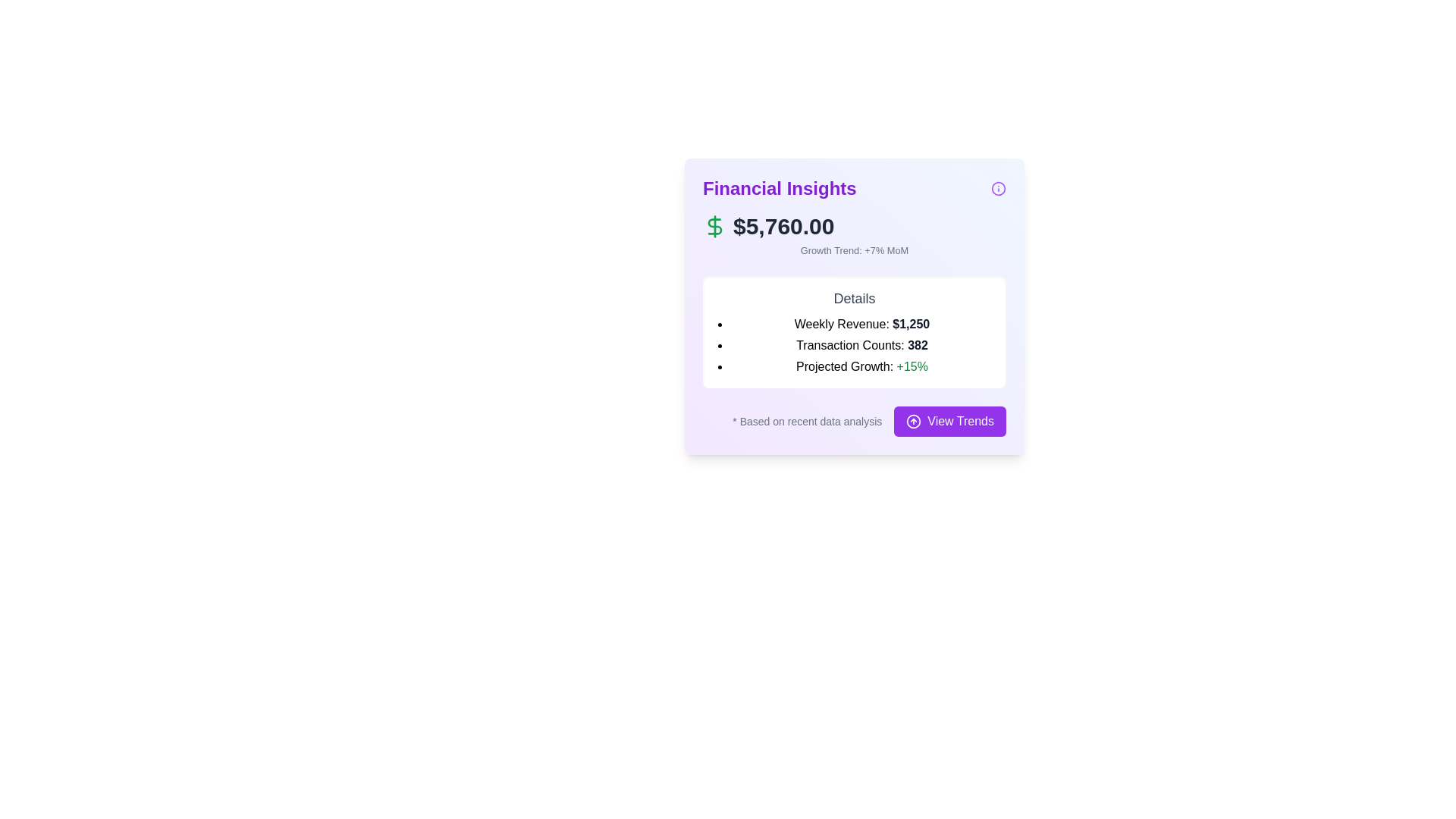 Image resolution: width=1456 pixels, height=819 pixels. I want to click on the Text Label displaying a financial amount in the 'Financial Insights' section, located to the right of the green dollar sign icon and below the title, so click(783, 227).